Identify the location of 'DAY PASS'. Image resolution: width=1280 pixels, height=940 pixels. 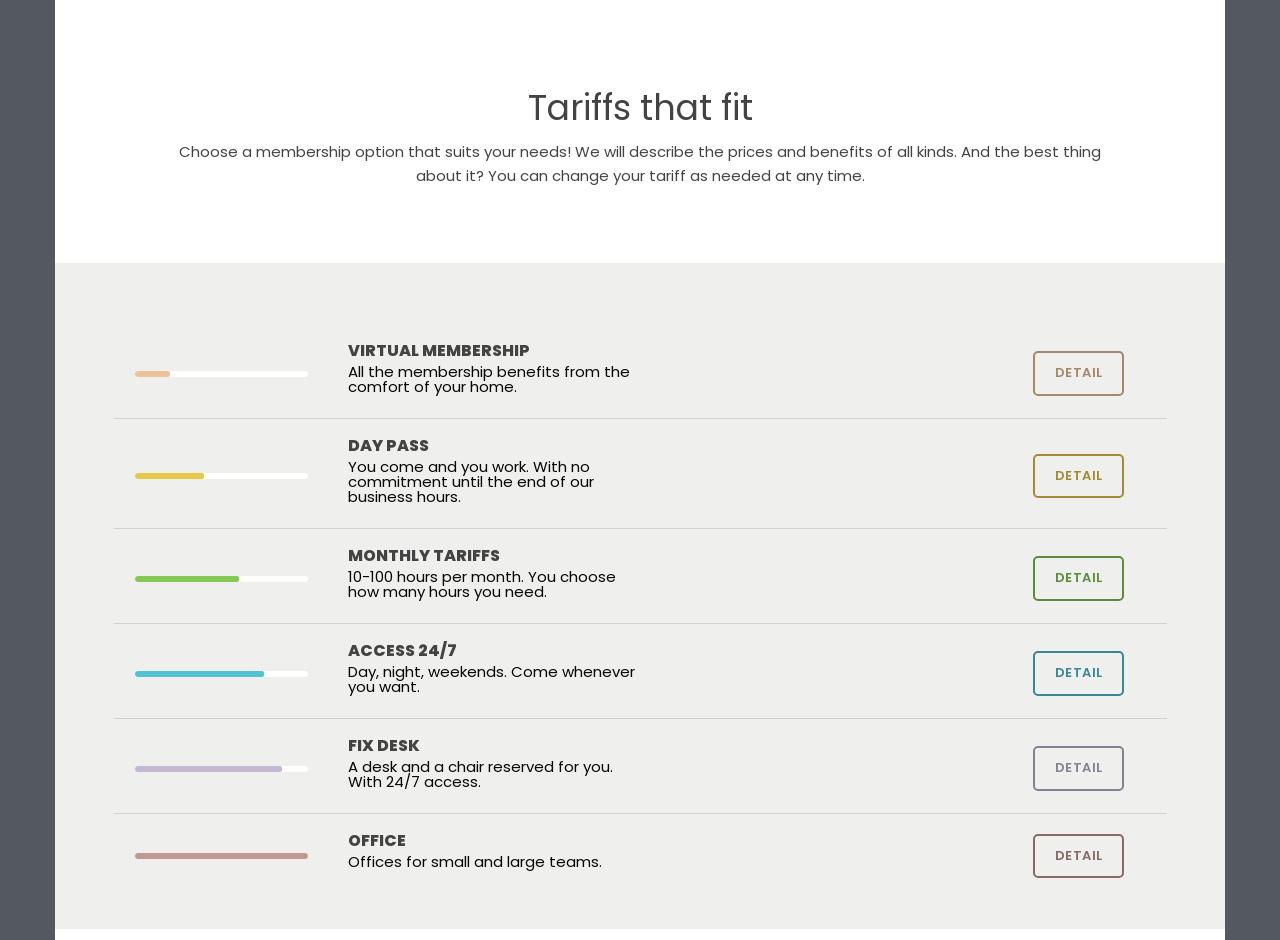
(347, 444).